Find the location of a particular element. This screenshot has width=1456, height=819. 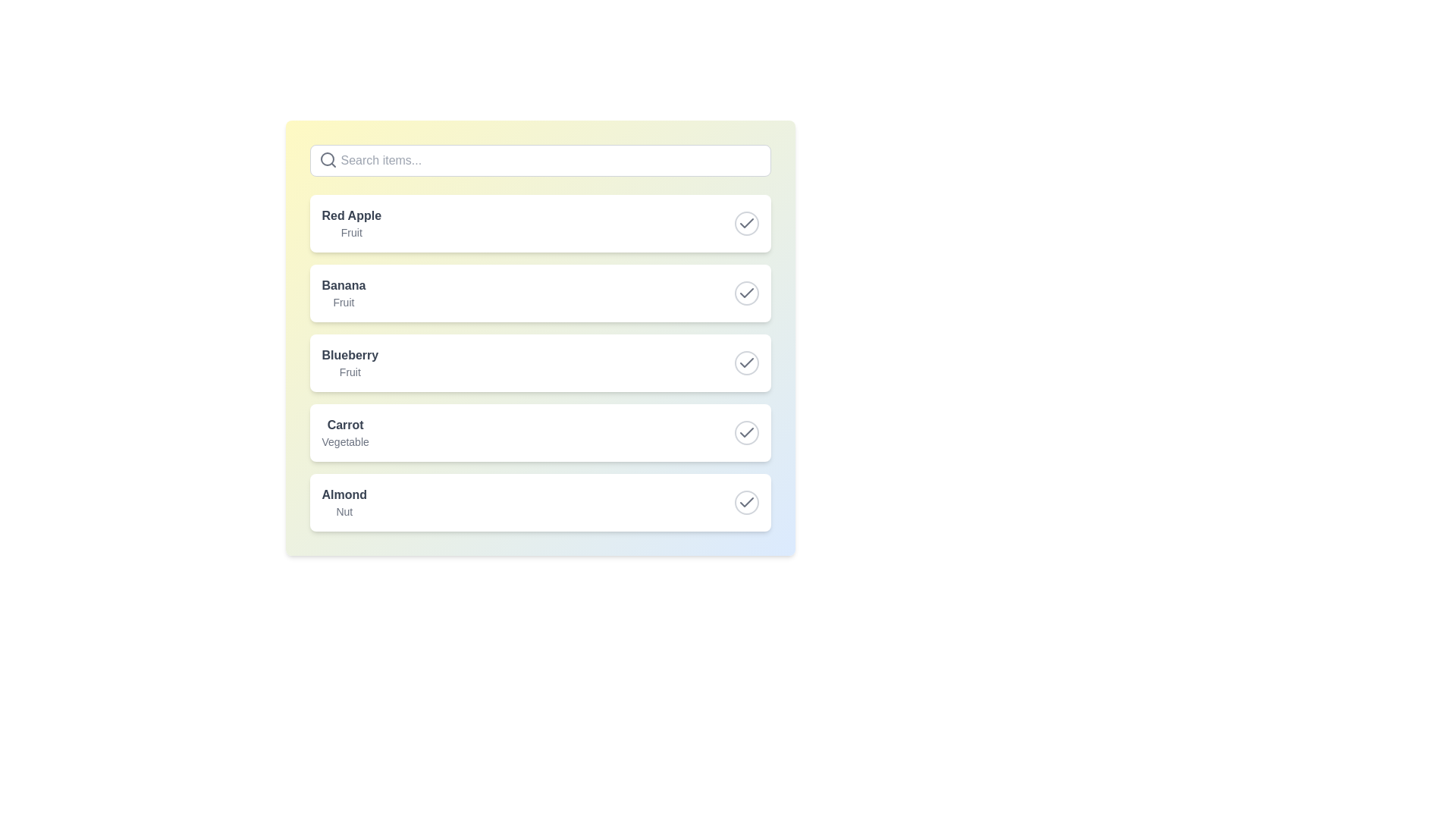

the Checkbox (visualized with a checkmark icon) located is located at coordinates (746, 223).